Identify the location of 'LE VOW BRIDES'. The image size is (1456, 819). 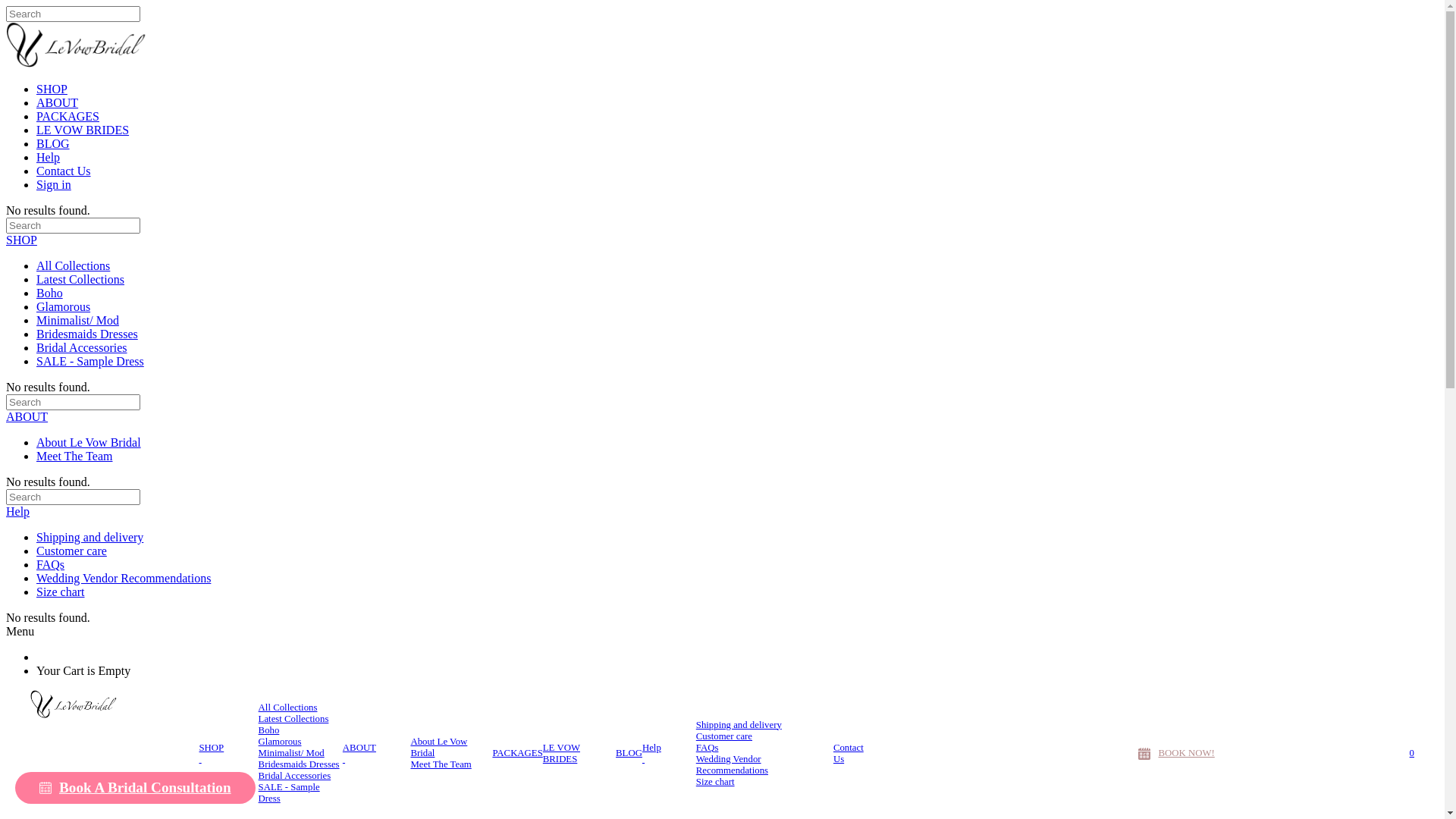
(82, 129).